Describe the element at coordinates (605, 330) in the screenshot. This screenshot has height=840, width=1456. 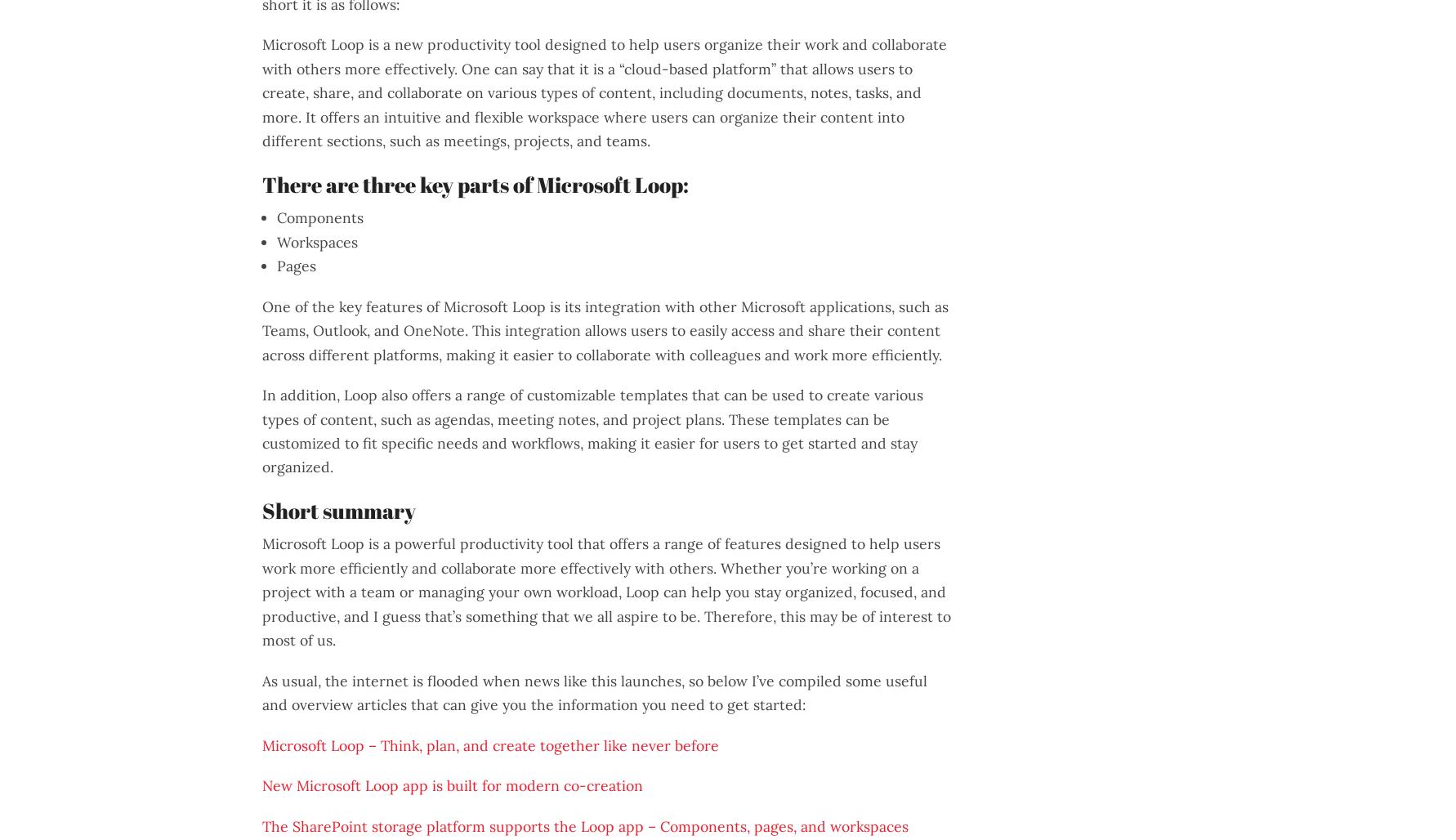
I see `'One of the key features of Microsoft Loop is its integration with other Microsoft applications, such as Teams, Outlook, and OneNote. This integration allows users to easily access and share their content across different platforms, making it easier to collaborate with colleagues and work more efficiently.'` at that location.